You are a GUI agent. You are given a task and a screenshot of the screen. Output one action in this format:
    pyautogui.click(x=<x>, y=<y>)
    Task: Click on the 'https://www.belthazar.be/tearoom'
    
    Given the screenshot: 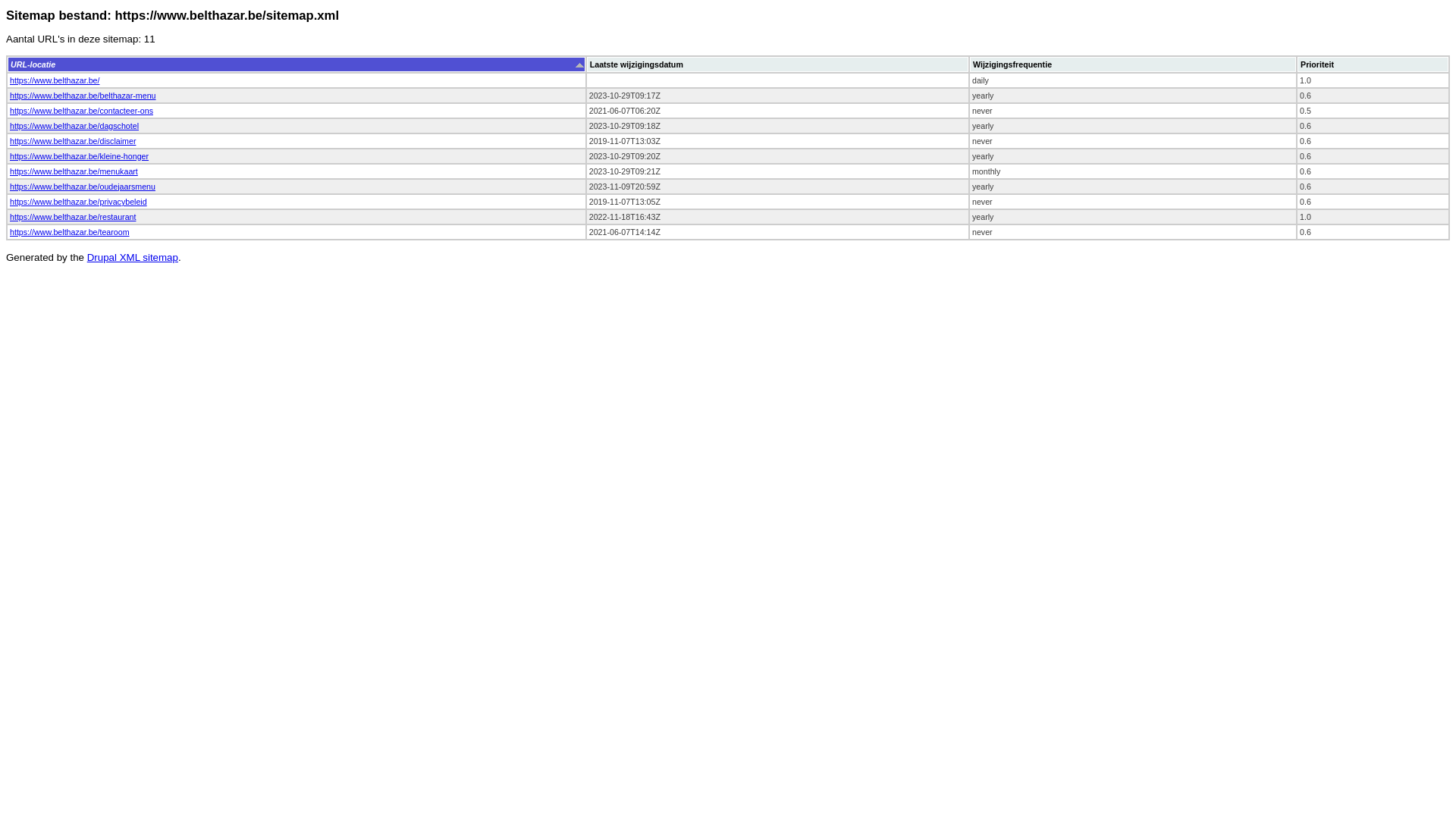 What is the action you would take?
    pyautogui.click(x=68, y=231)
    